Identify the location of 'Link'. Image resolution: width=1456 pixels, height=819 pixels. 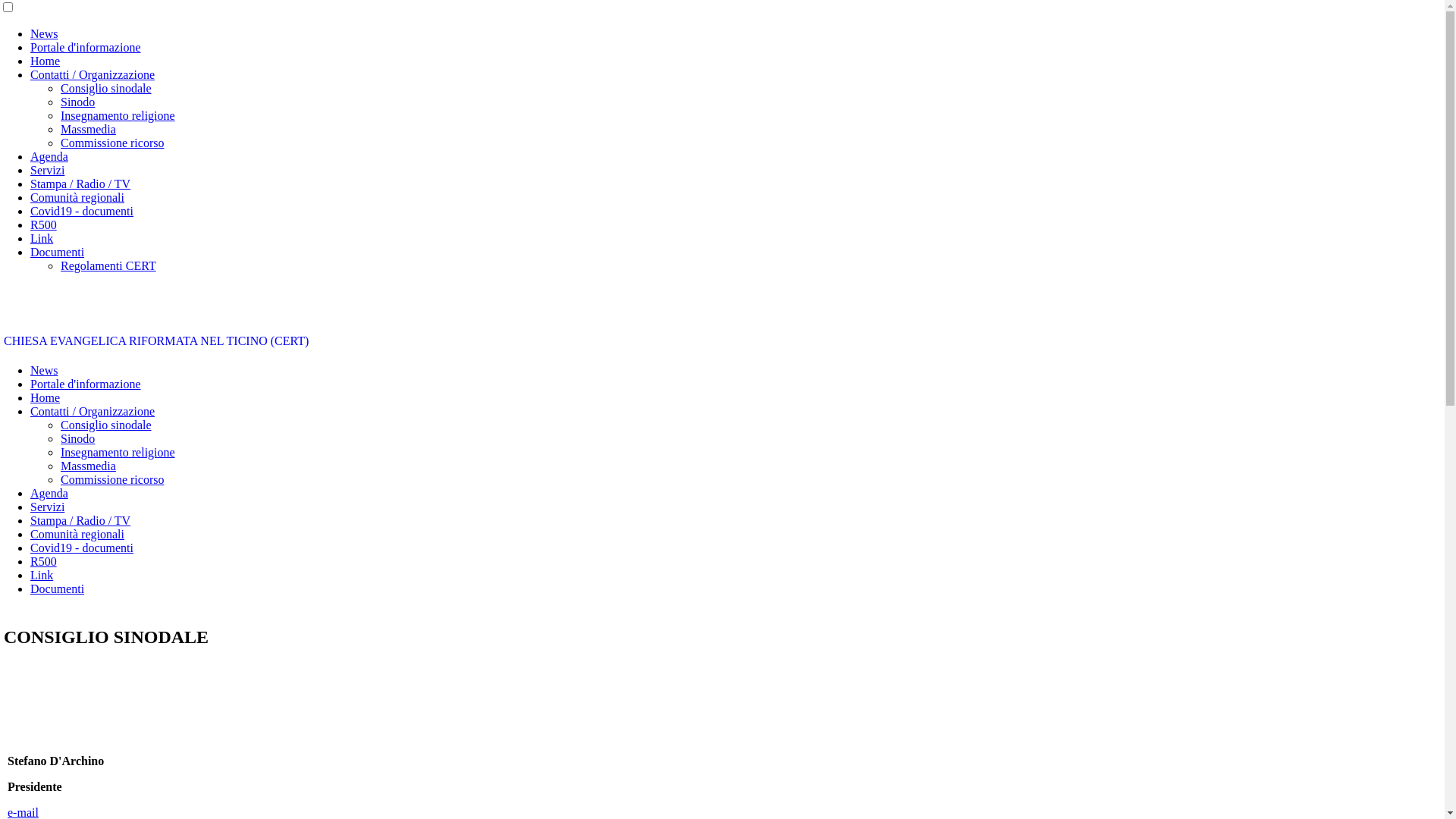
(41, 238).